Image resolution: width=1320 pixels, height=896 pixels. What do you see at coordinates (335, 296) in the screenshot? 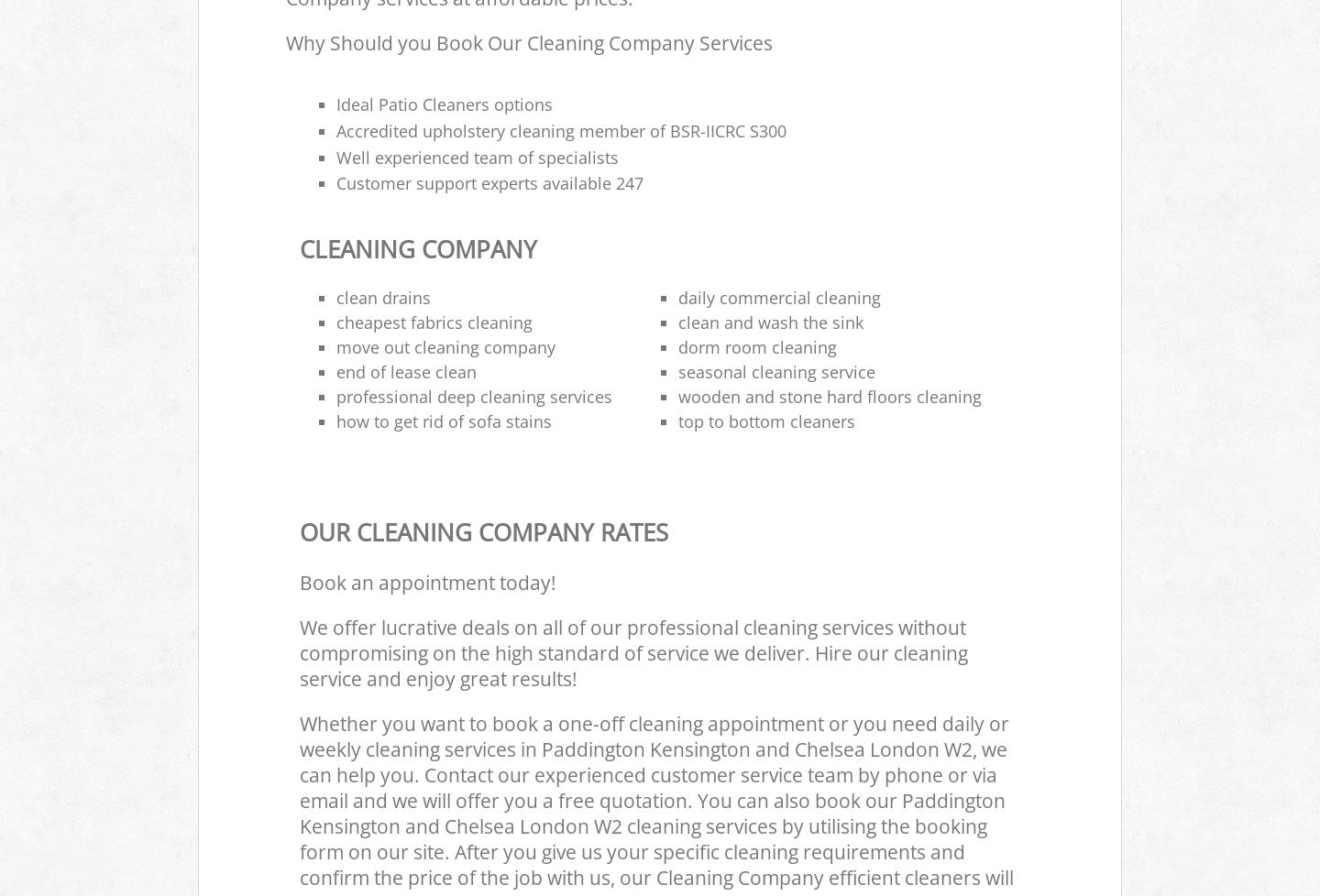
I see `'clean drains'` at bounding box center [335, 296].